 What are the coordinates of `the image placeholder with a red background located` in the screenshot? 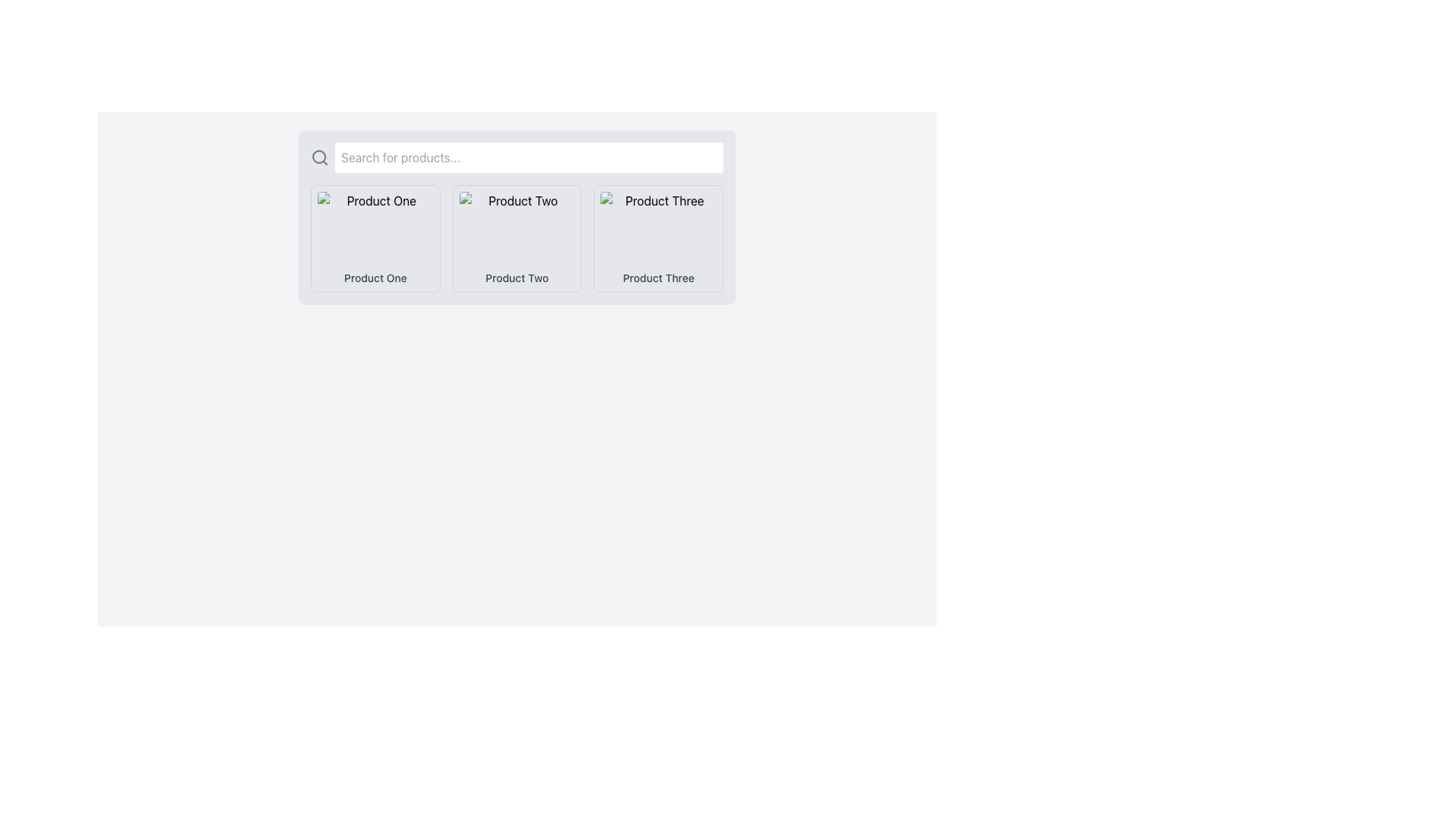 It's located at (658, 227).